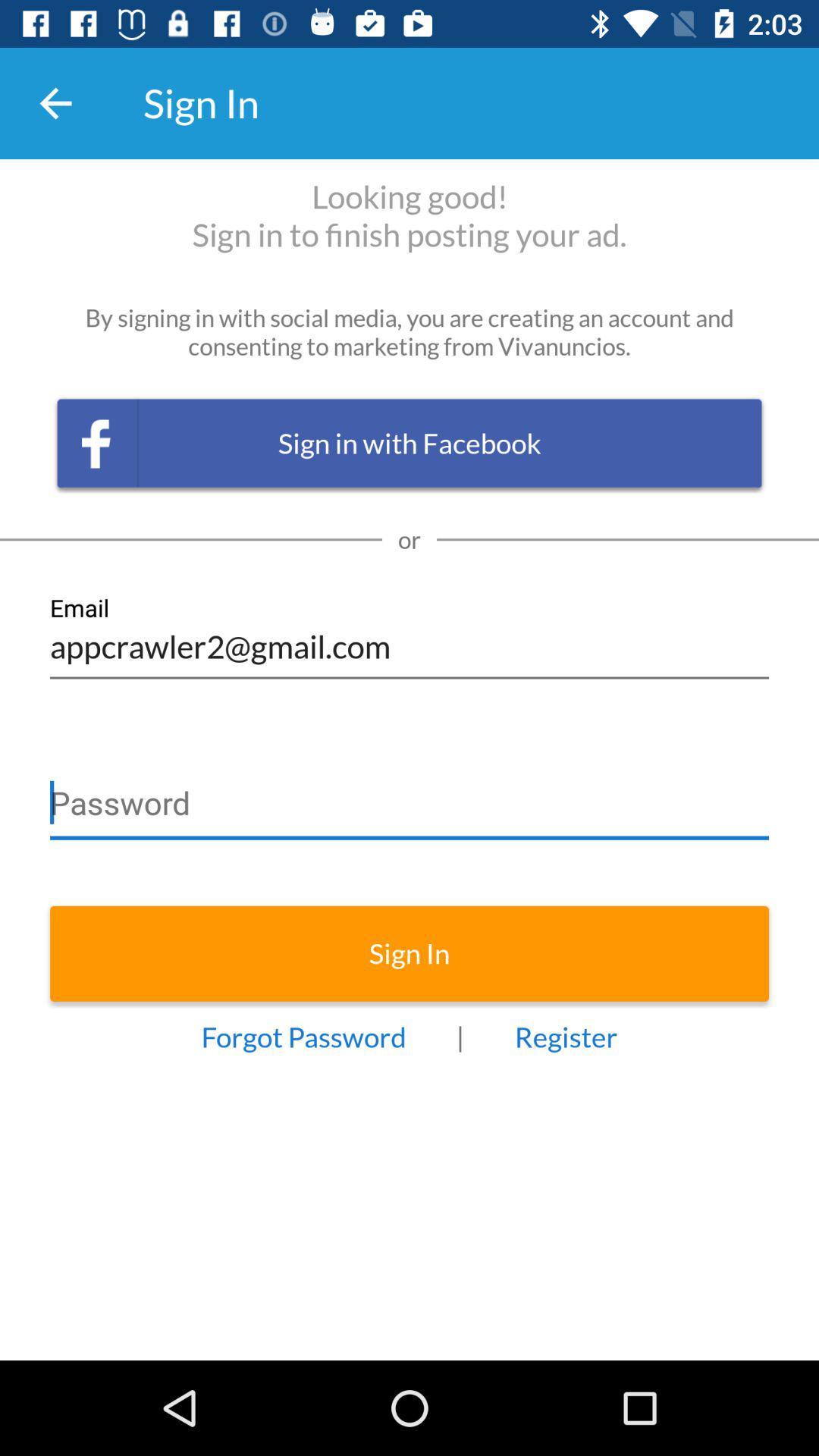 This screenshot has width=819, height=1456. What do you see at coordinates (566, 1036) in the screenshot?
I see `the register icon` at bounding box center [566, 1036].